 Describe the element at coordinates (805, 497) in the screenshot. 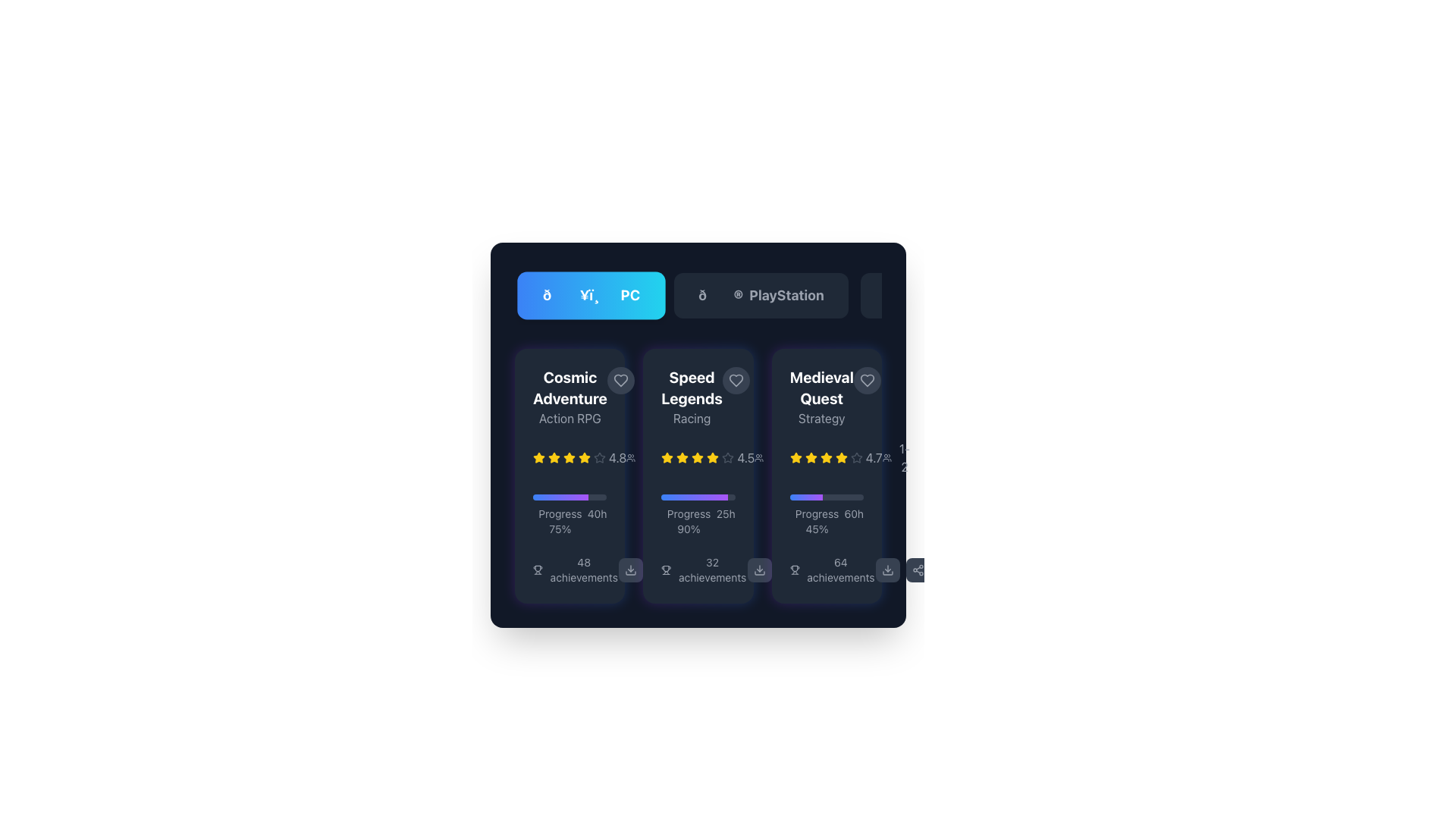

I see `the progress bar segment indicating 45% completion for the game 'Medieval Quest', which is located within the third game card` at that location.